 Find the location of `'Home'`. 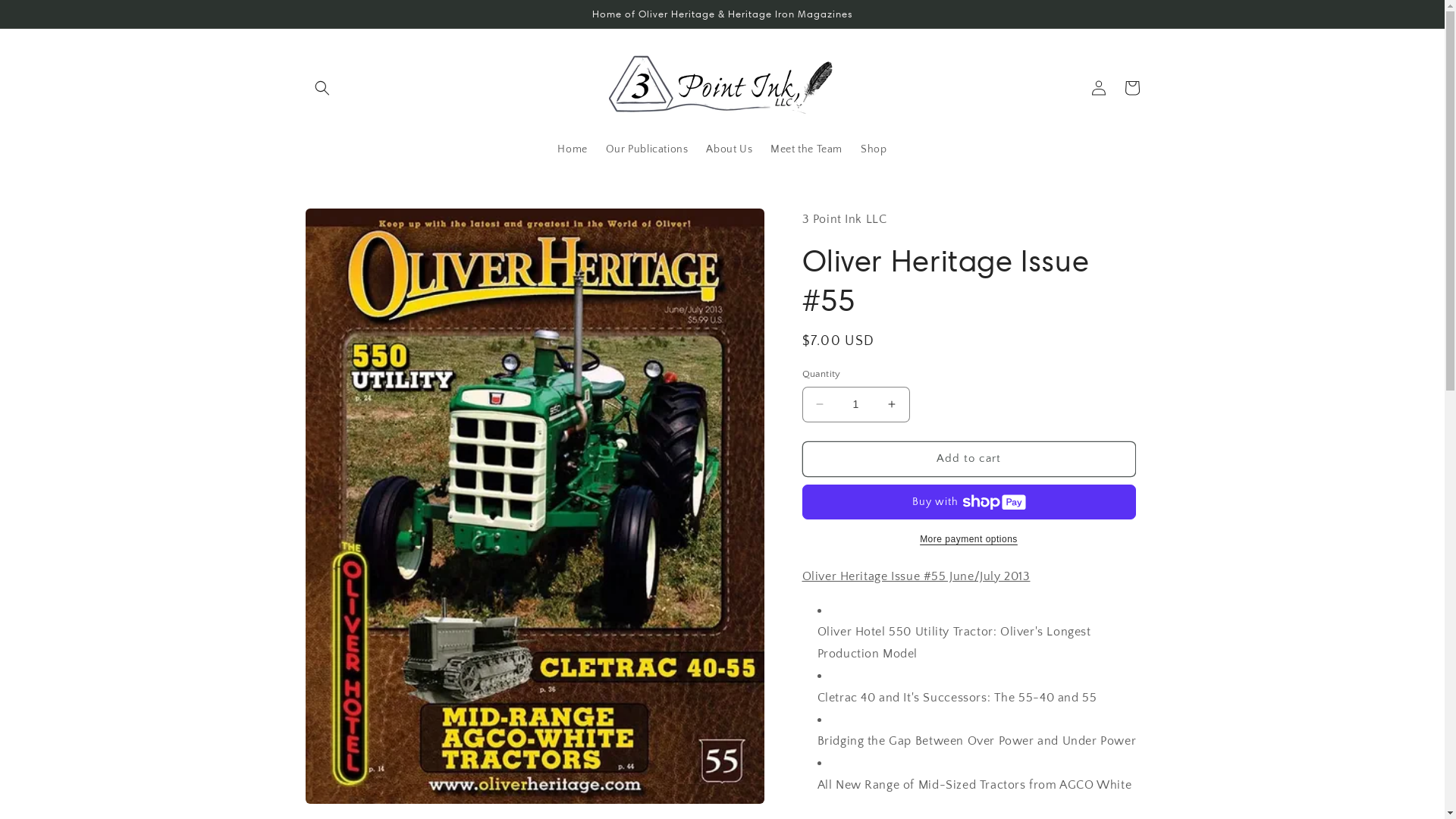

'Home' is located at coordinates (548, 149).